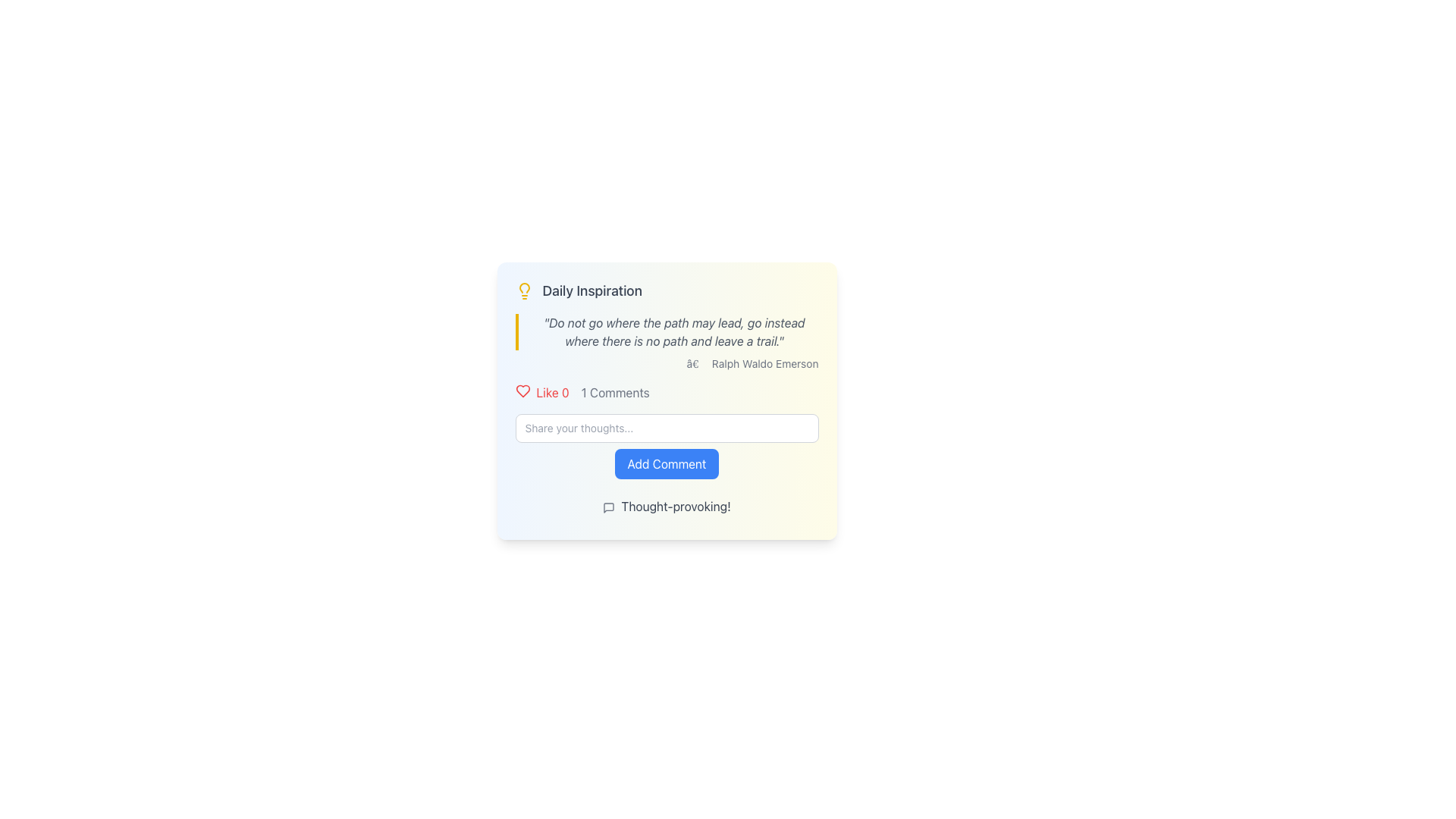 Image resolution: width=1456 pixels, height=819 pixels. What do you see at coordinates (615, 391) in the screenshot?
I see `the Interactive Text Label displaying '1 Comments' located to the right of the 'Like 0' text in the footer of a card layout` at bounding box center [615, 391].